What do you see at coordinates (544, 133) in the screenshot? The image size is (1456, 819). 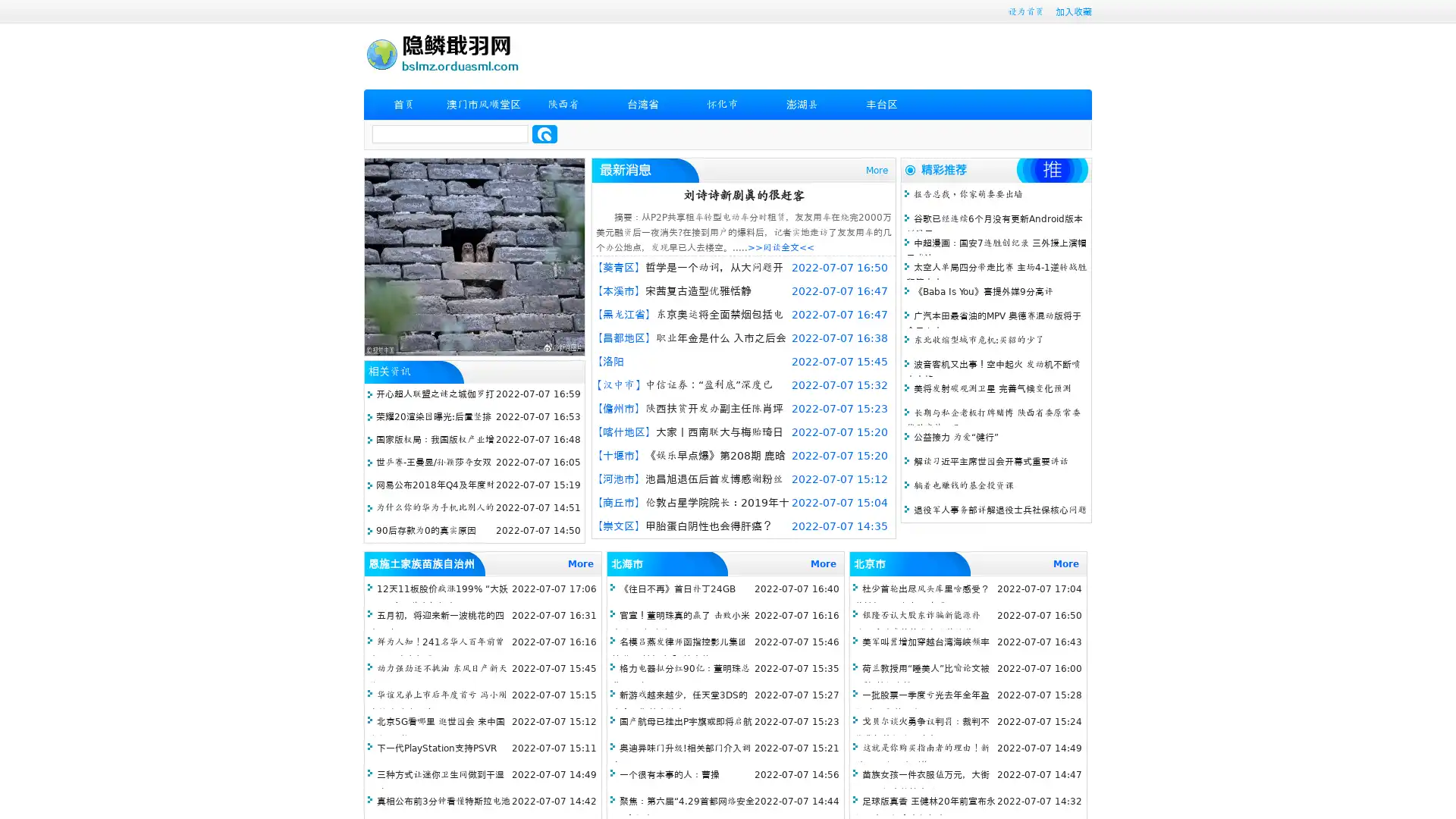 I see `Search` at bounding box center [544, 133].